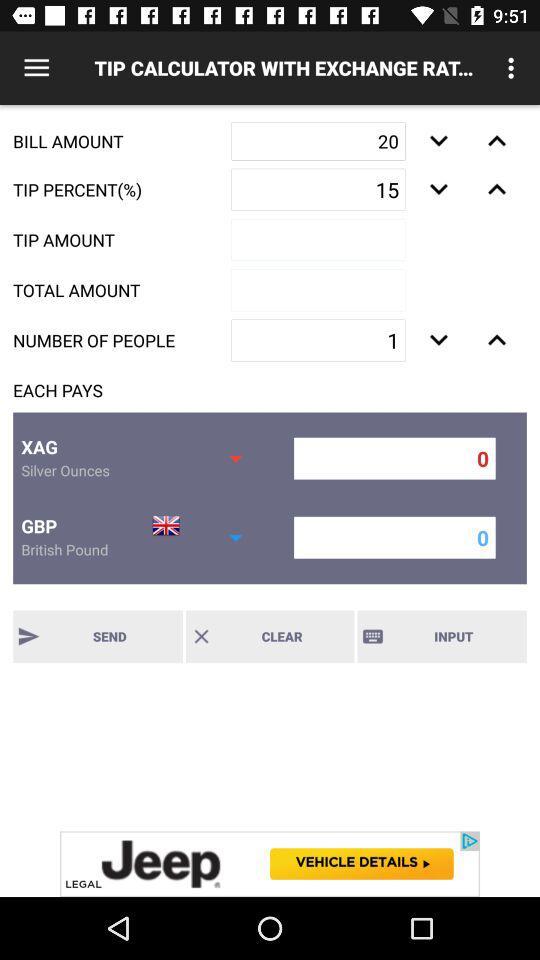 This screenshot has width=540, height=960. I want to click on lower button, so click(437, 189).